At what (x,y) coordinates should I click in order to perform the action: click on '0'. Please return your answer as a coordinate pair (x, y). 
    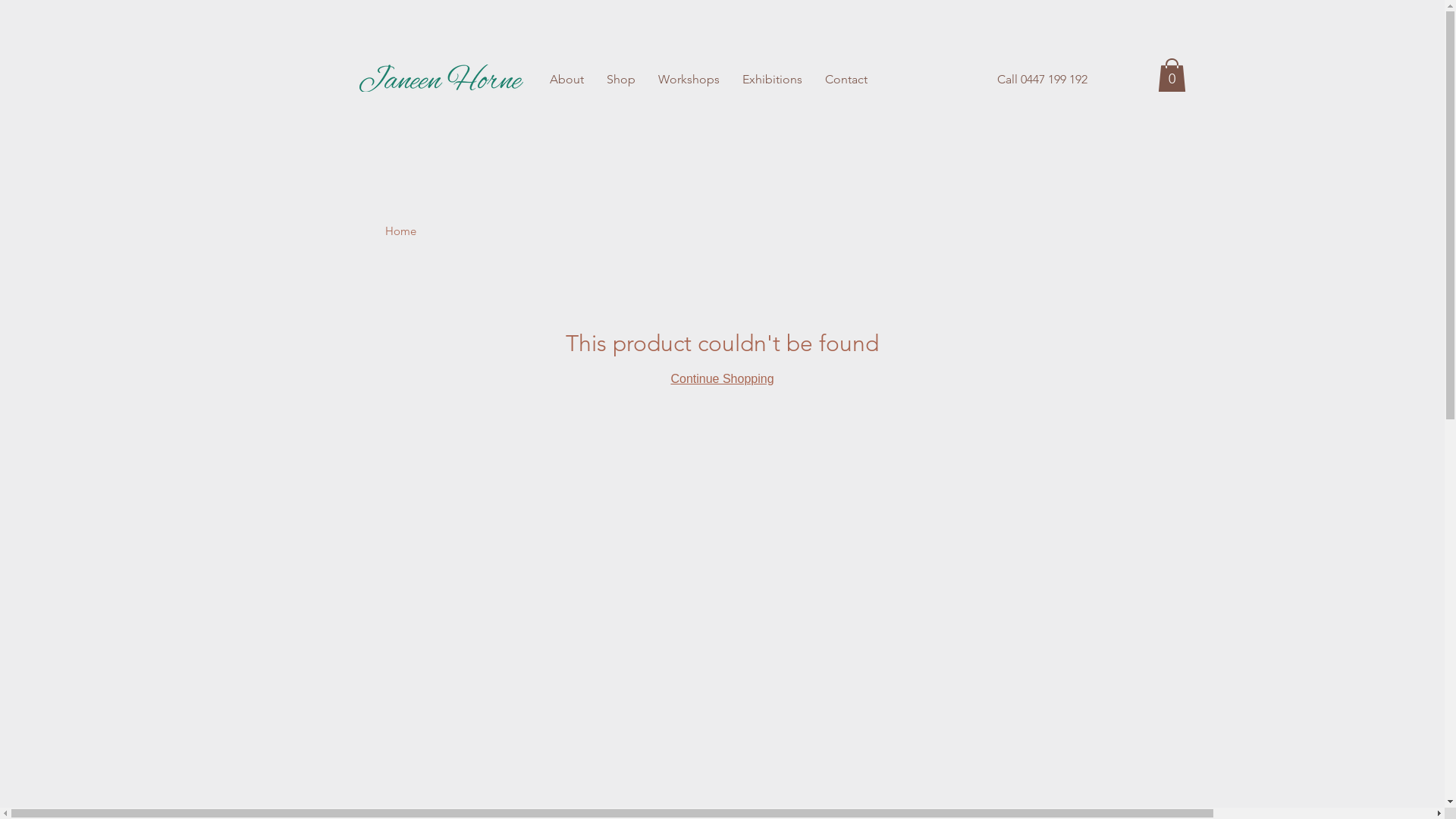
    Looking at the image, I should click on (1170, 75).